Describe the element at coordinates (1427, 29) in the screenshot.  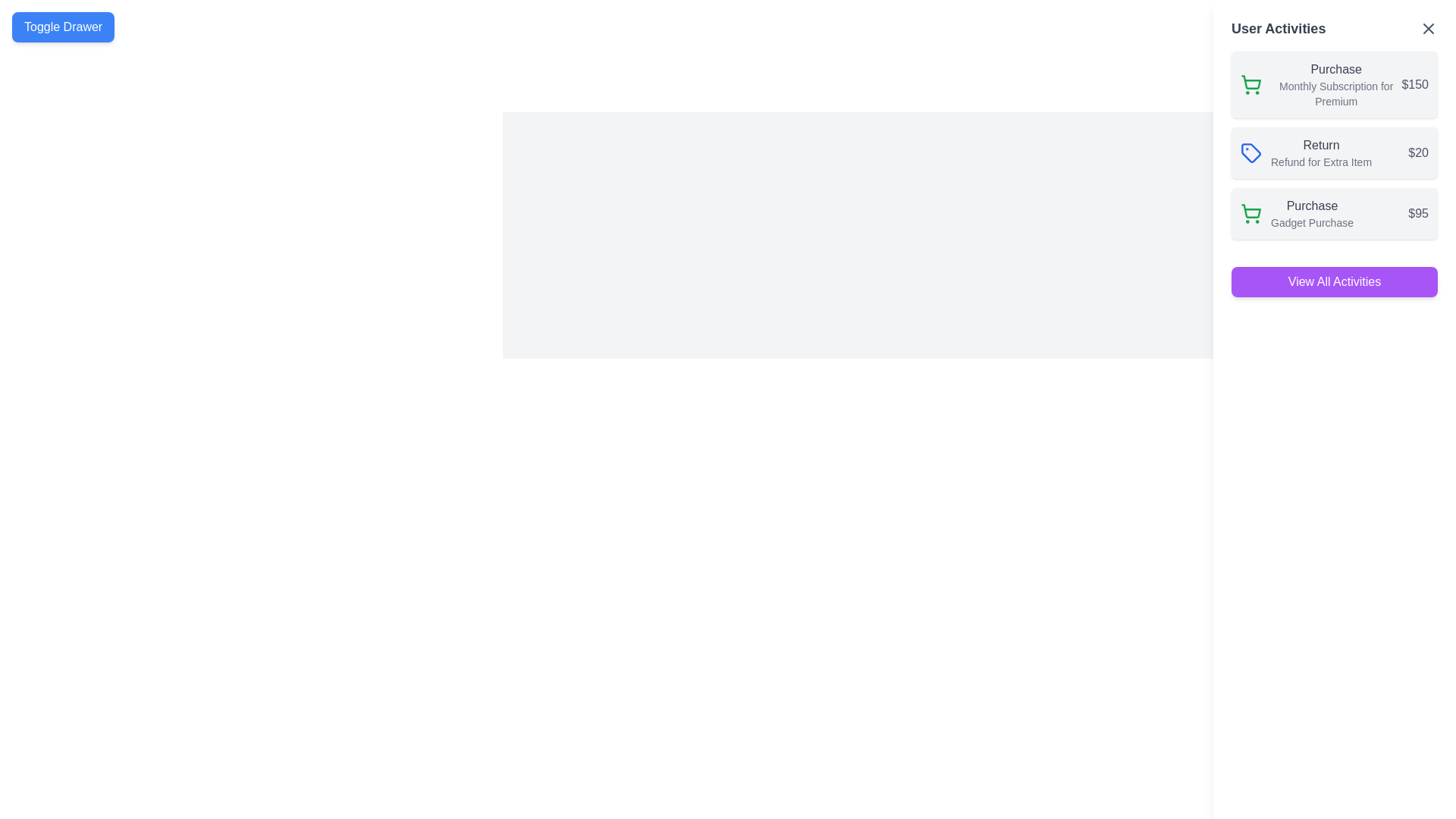
I see `the dark gray 'X' icon button located in the top-right corner of the 'User Activities' section header` at that location.